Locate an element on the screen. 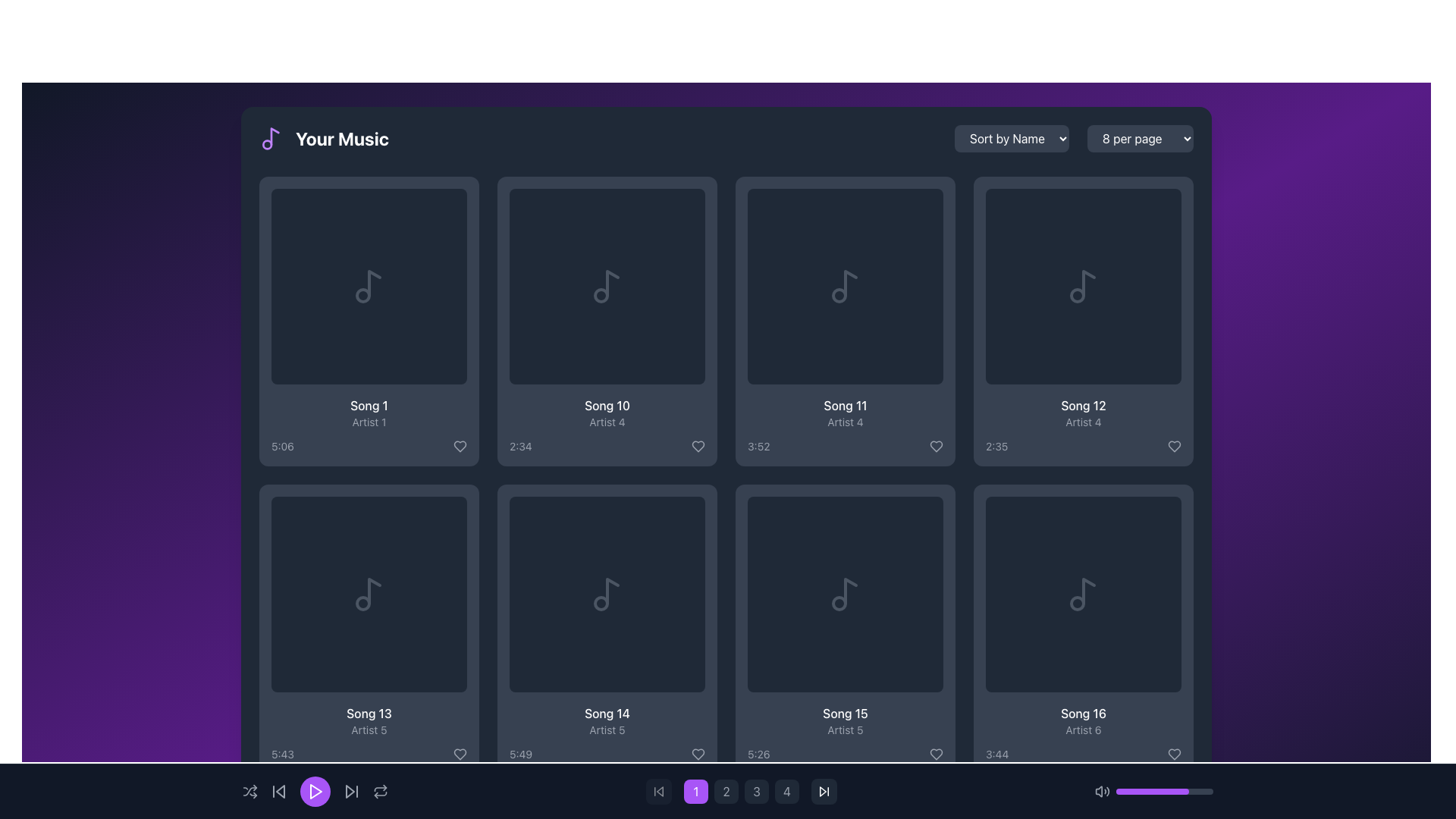 This screenshot has height=819, width=1456. the text label displaying the time '5:43' which is positioned at the bottom-left of the card for 'Song 13' and 'Artist 5', aligned with the card's lower boundary is located at coordinates (283, 755).